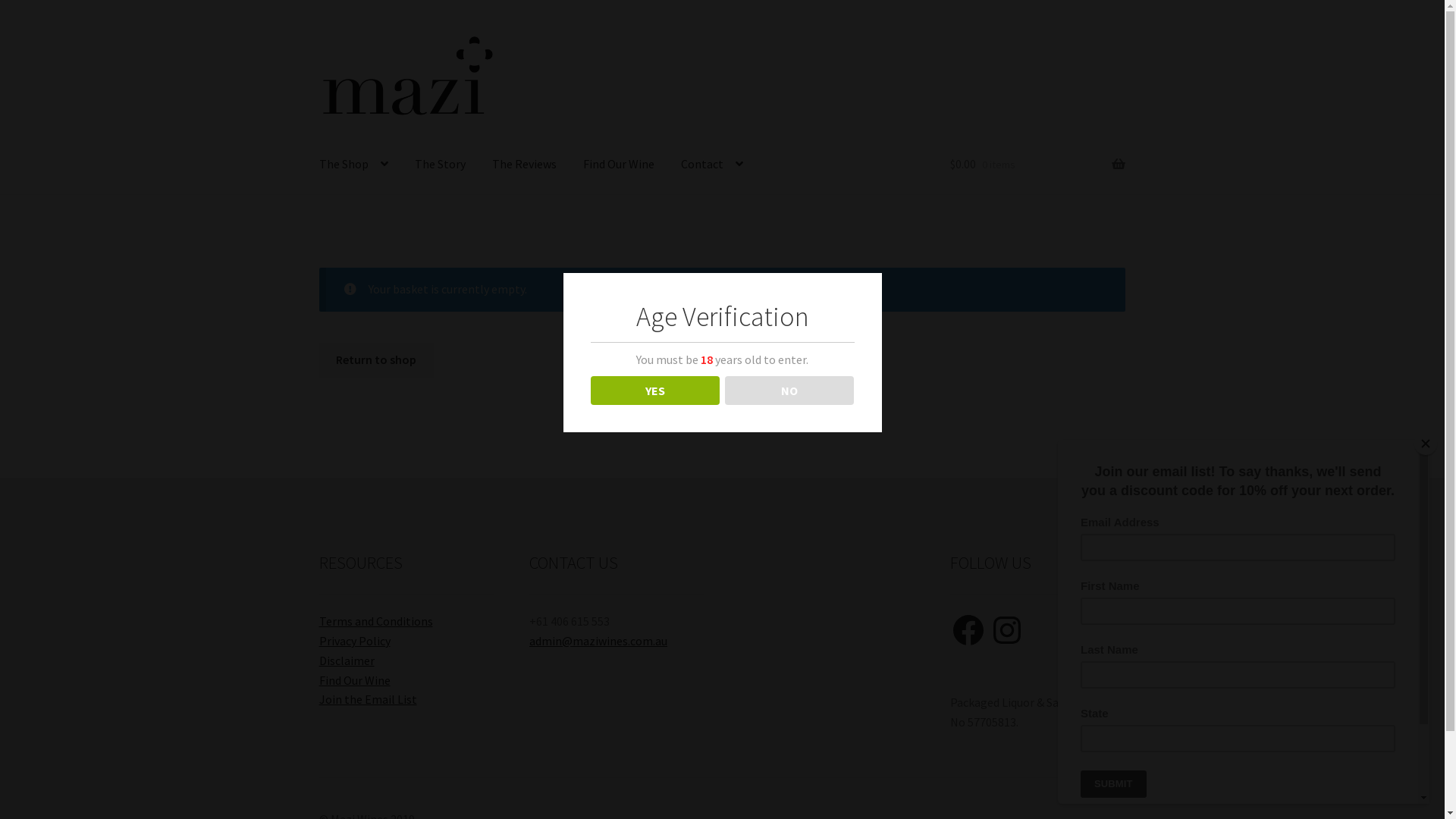 The image size is (1456, 819). What do you see at coordinates (354, 640) in the screenshot?
I see `'Privacy Policy'` at bounding box center [354, 640].